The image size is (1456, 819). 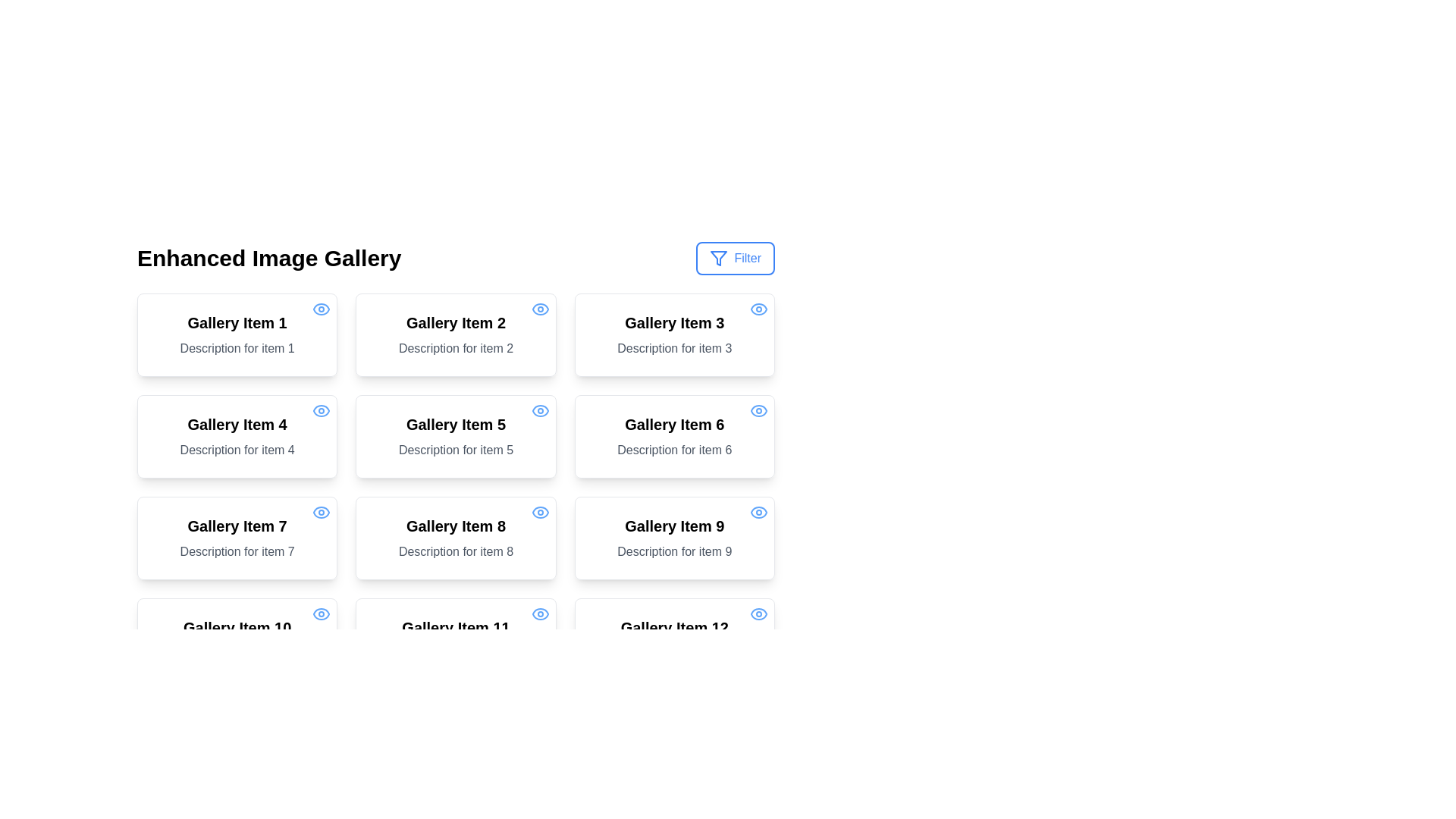 What do you see at coordinates (455, 450) in the screenshot?
I see `the descriptive text label providing additional information about 'Gallery Item 5', located beneath the title within the bordered card in the second row, second column of the grid layout` at bounding box center [455, 450].